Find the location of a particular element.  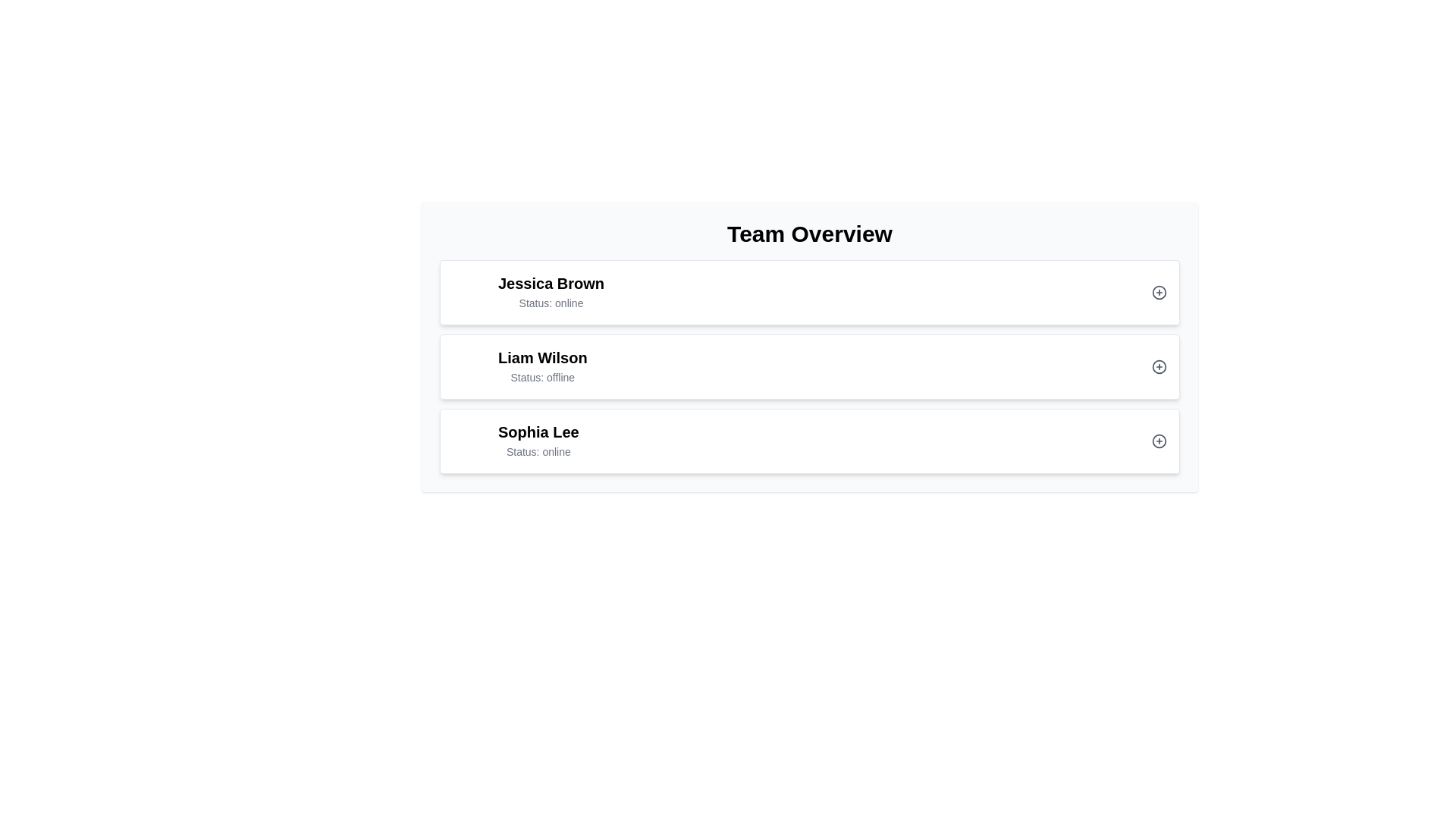

the small circular button with a plus icon located on the far right side of the element displaying 'Jessica Brown' and 'Status: online' is located at coordinates (1159, 292).